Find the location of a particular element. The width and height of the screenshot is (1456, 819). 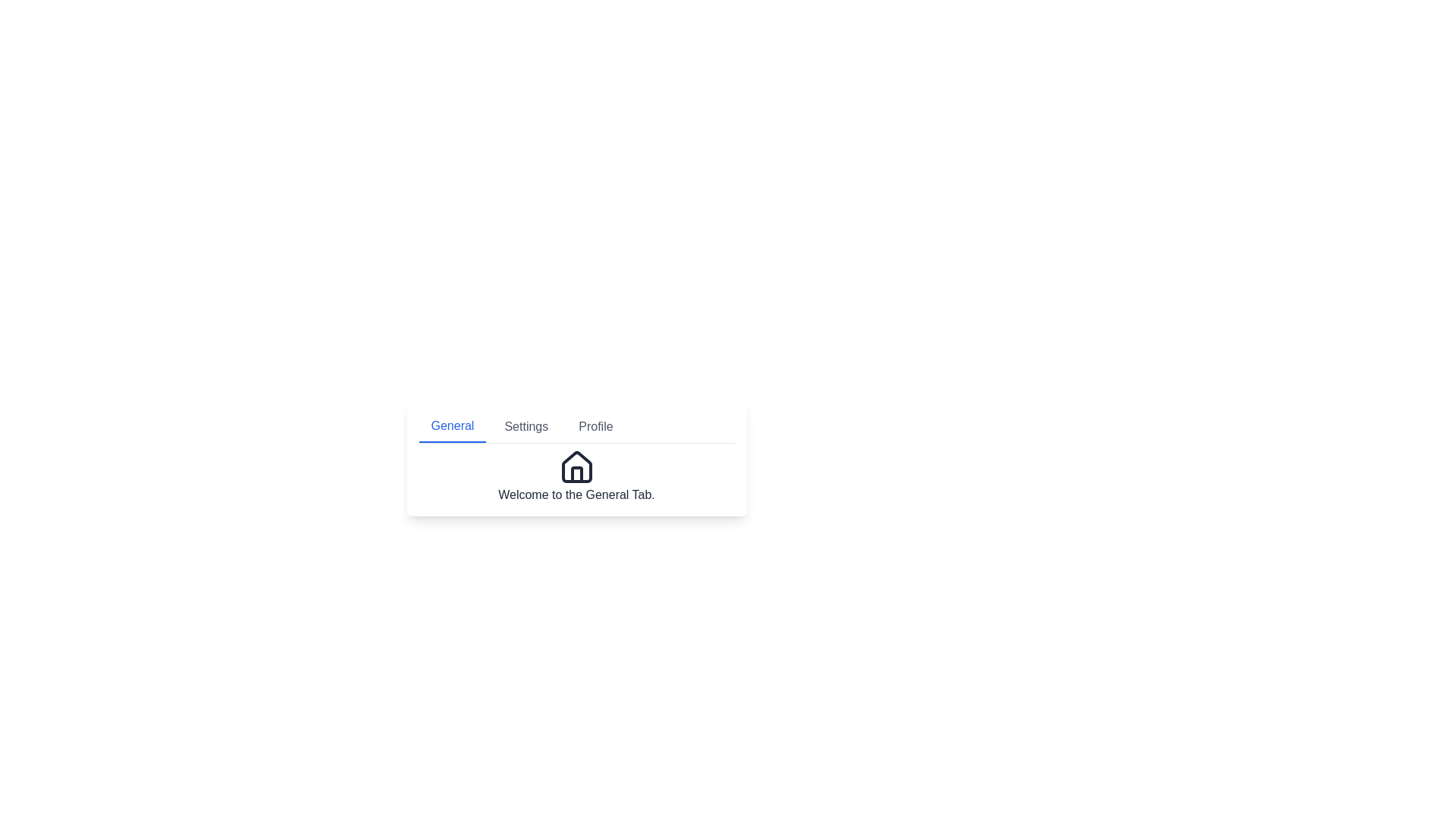

the 'Profile' button, which is styled as a text label in gray font and is the third tab in a horizontal tab list is located at coordinates (595, 427).